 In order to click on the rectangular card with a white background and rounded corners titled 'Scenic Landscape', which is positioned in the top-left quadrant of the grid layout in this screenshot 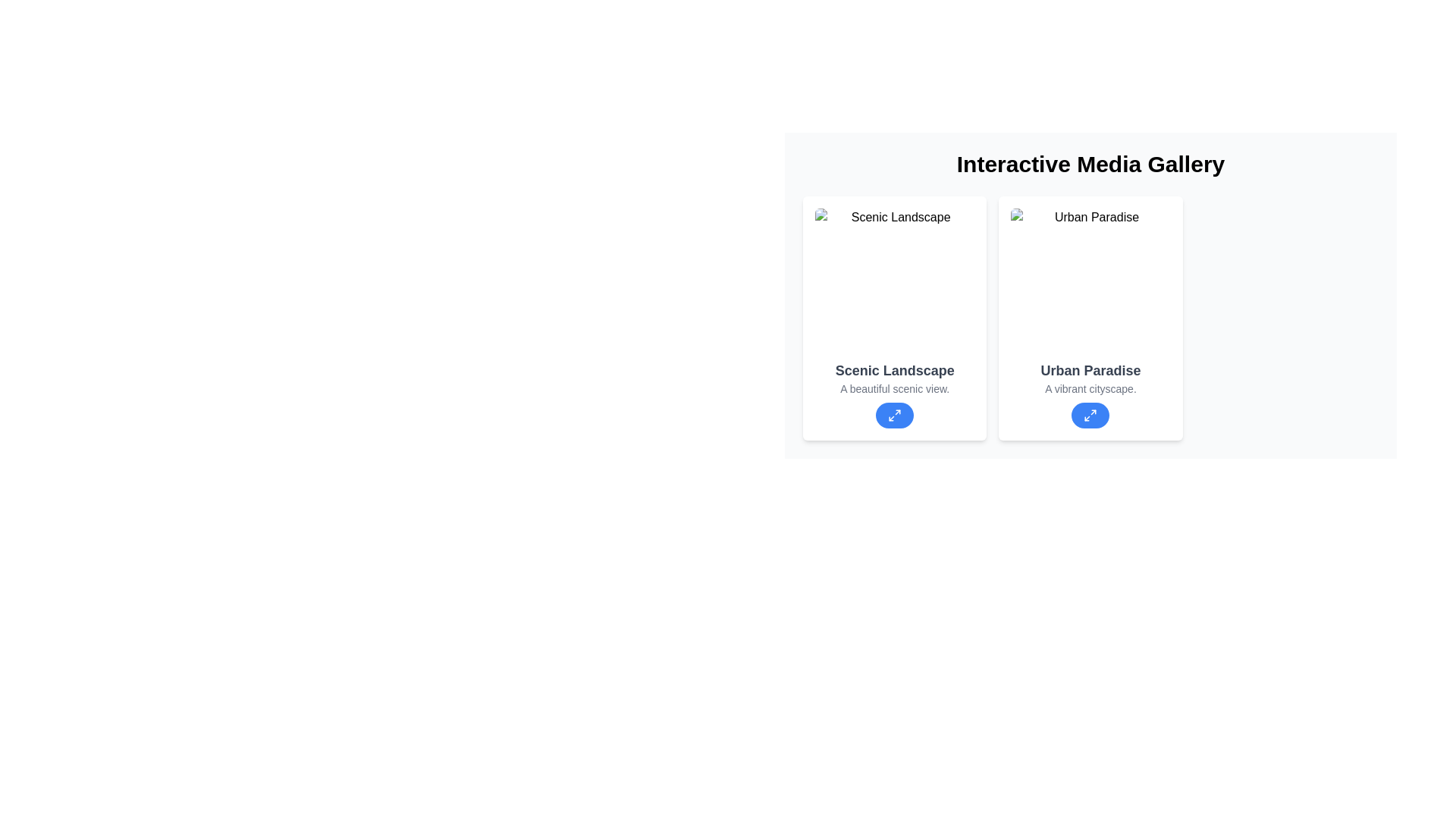, I will do `click(895, 318)`.